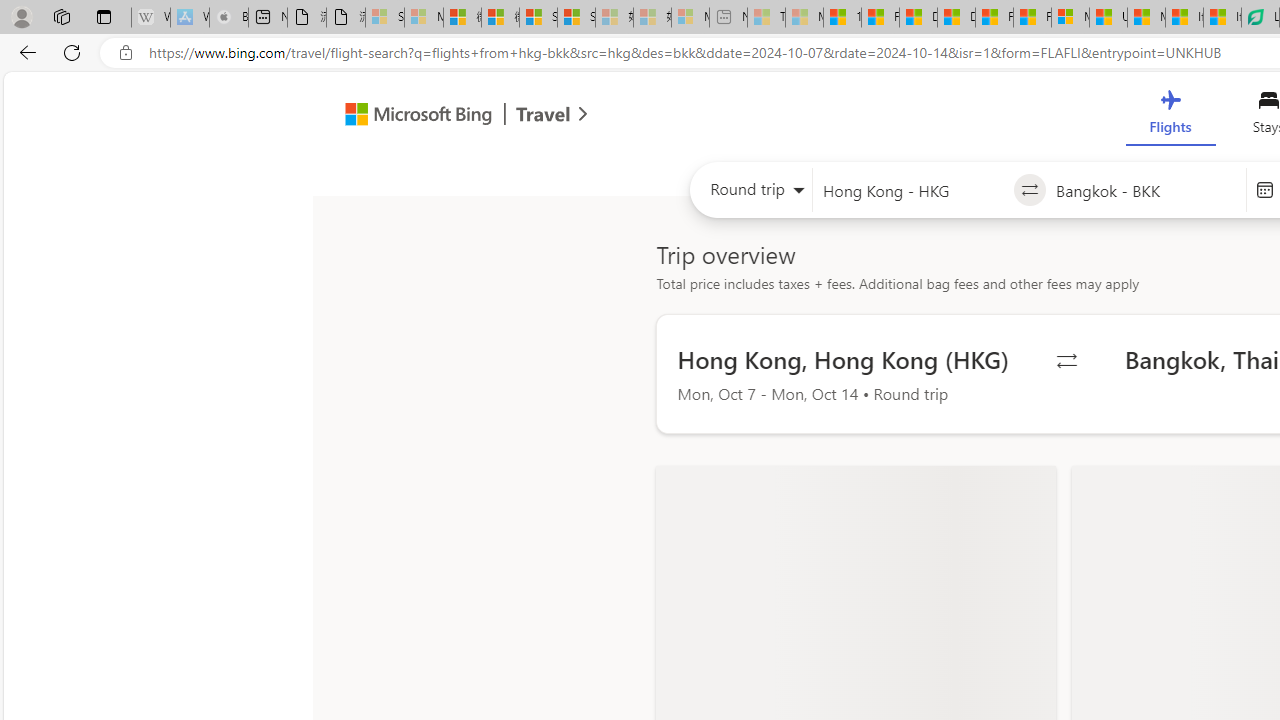  I want to click on 'Marine life - MSN - Sleeping', so click(804, 17).